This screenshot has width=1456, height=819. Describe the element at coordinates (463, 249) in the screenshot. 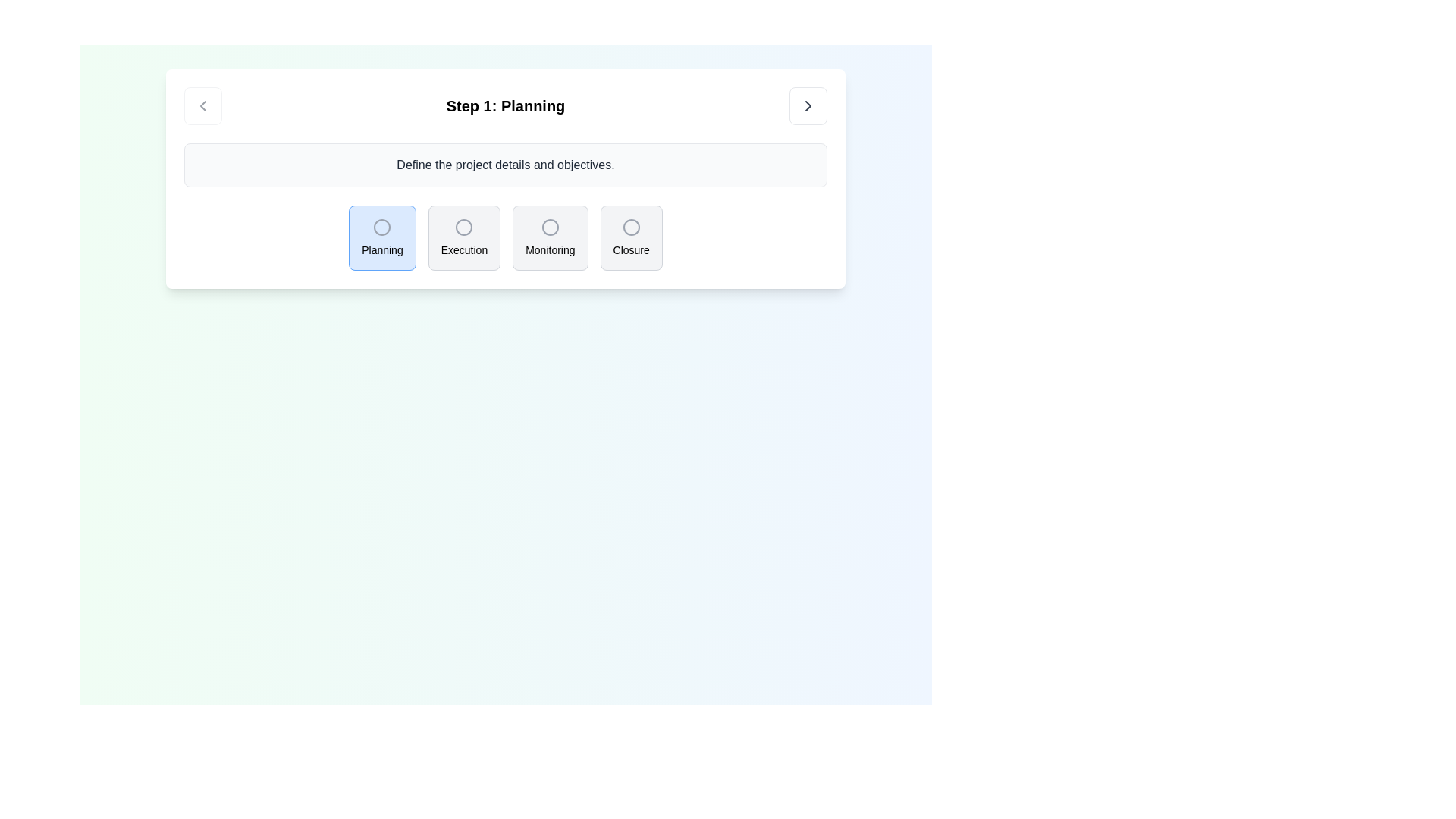

I see `the static label reading 'Execution' located at the center-bottom of the button below the circular icon in the second button from the left under the heading 'Step 1: Planning'` at that location.